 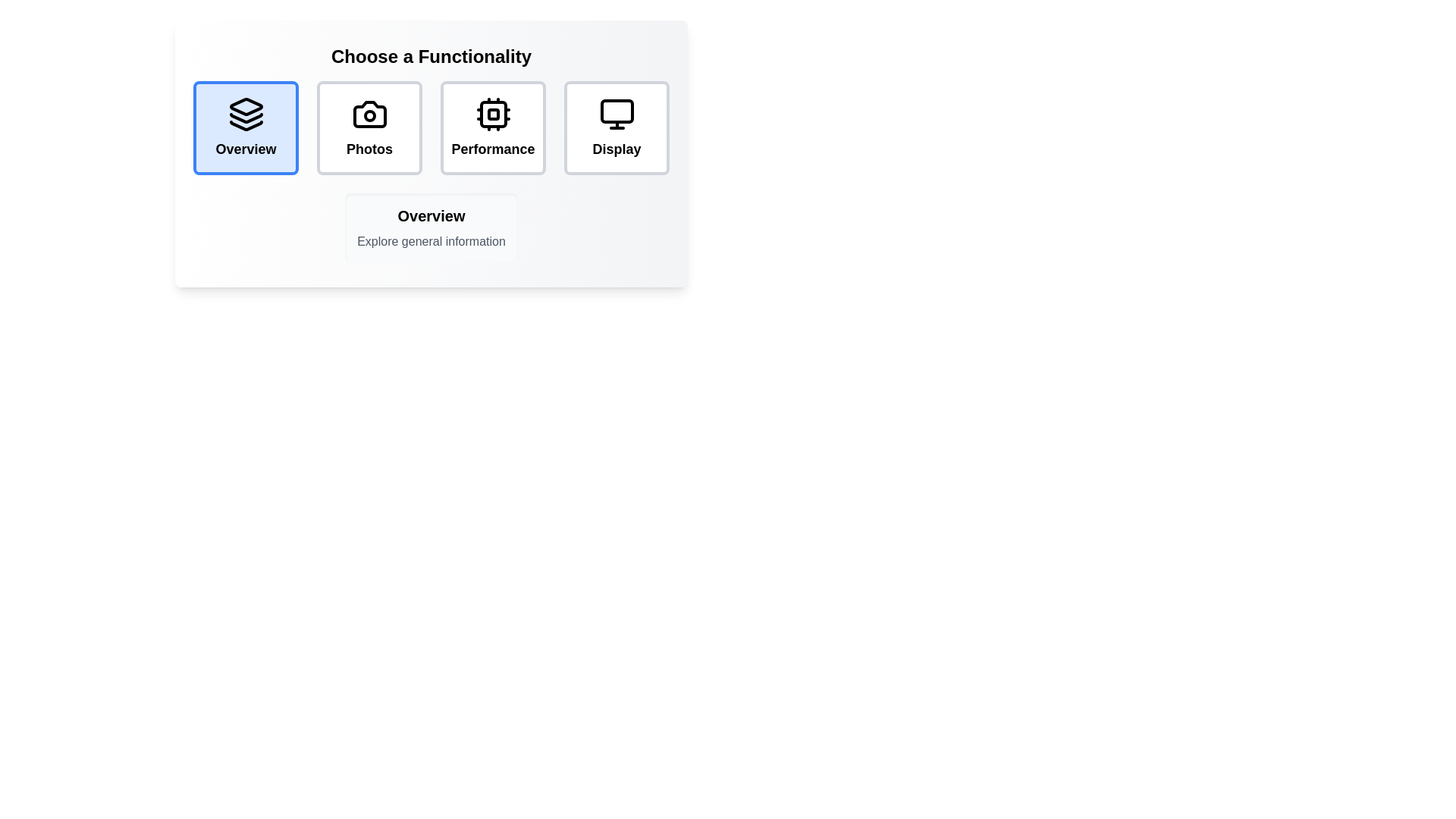 I want to click on the graphical circle element that symbolizes the lens within the camera icon in the 'Photos' functional options, located as the second option from the left in the top row, so click(x=369, y=115).